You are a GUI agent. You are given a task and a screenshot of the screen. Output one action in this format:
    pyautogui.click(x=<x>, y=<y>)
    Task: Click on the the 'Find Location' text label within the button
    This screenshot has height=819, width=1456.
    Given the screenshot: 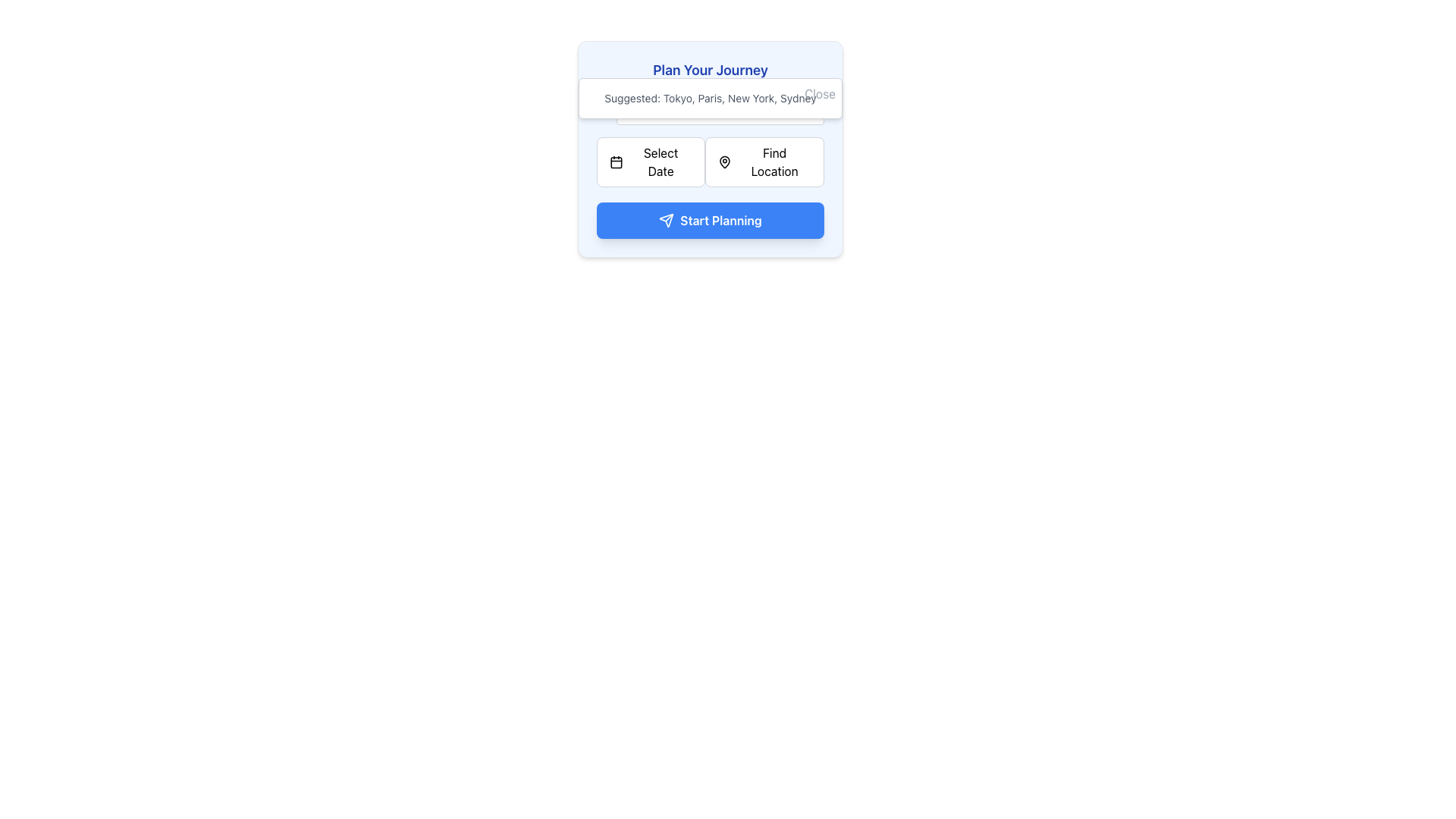 What is the action you would take?
    pyautogui.click(x=774, y=162)
    